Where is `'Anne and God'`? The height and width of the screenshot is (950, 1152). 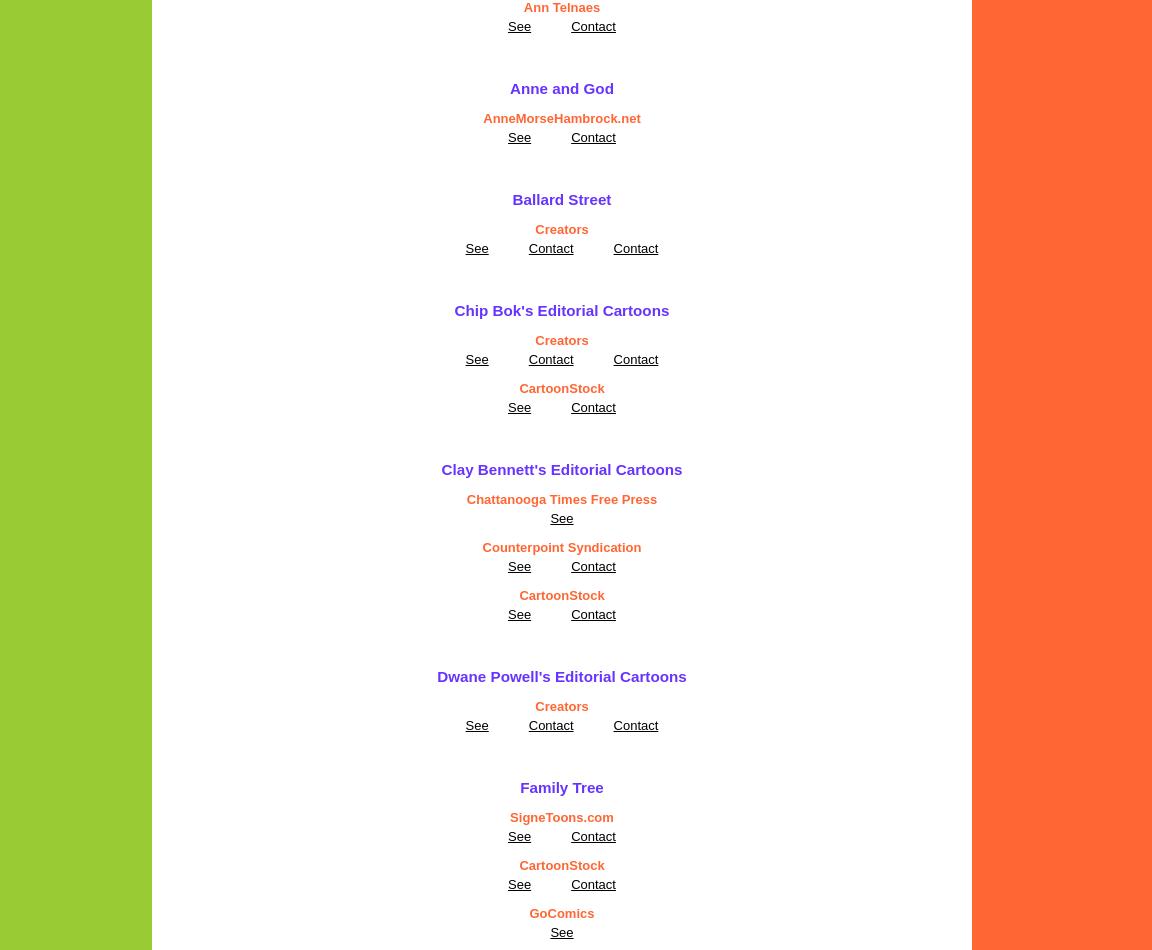 'Anne and God' is located at coordinates (561, 88).